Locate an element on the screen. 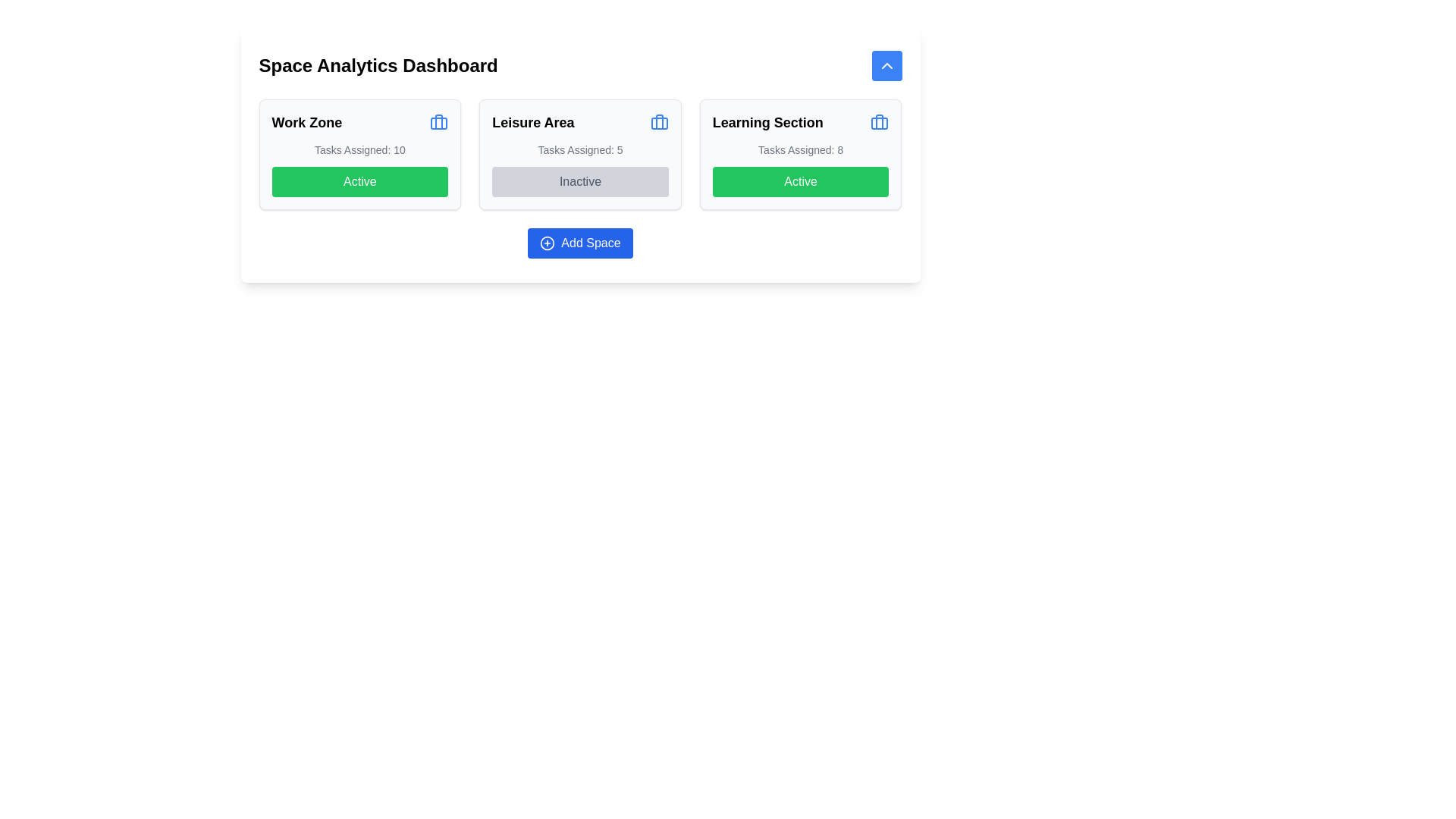 The width and height of the screenshot is (1456, 819). the text display showing the number of tasks assigned ('10') in the 'Work Zone' area, located between the header 'Work Zone' and the green button 'Active' is located at coordinates (359, 149).